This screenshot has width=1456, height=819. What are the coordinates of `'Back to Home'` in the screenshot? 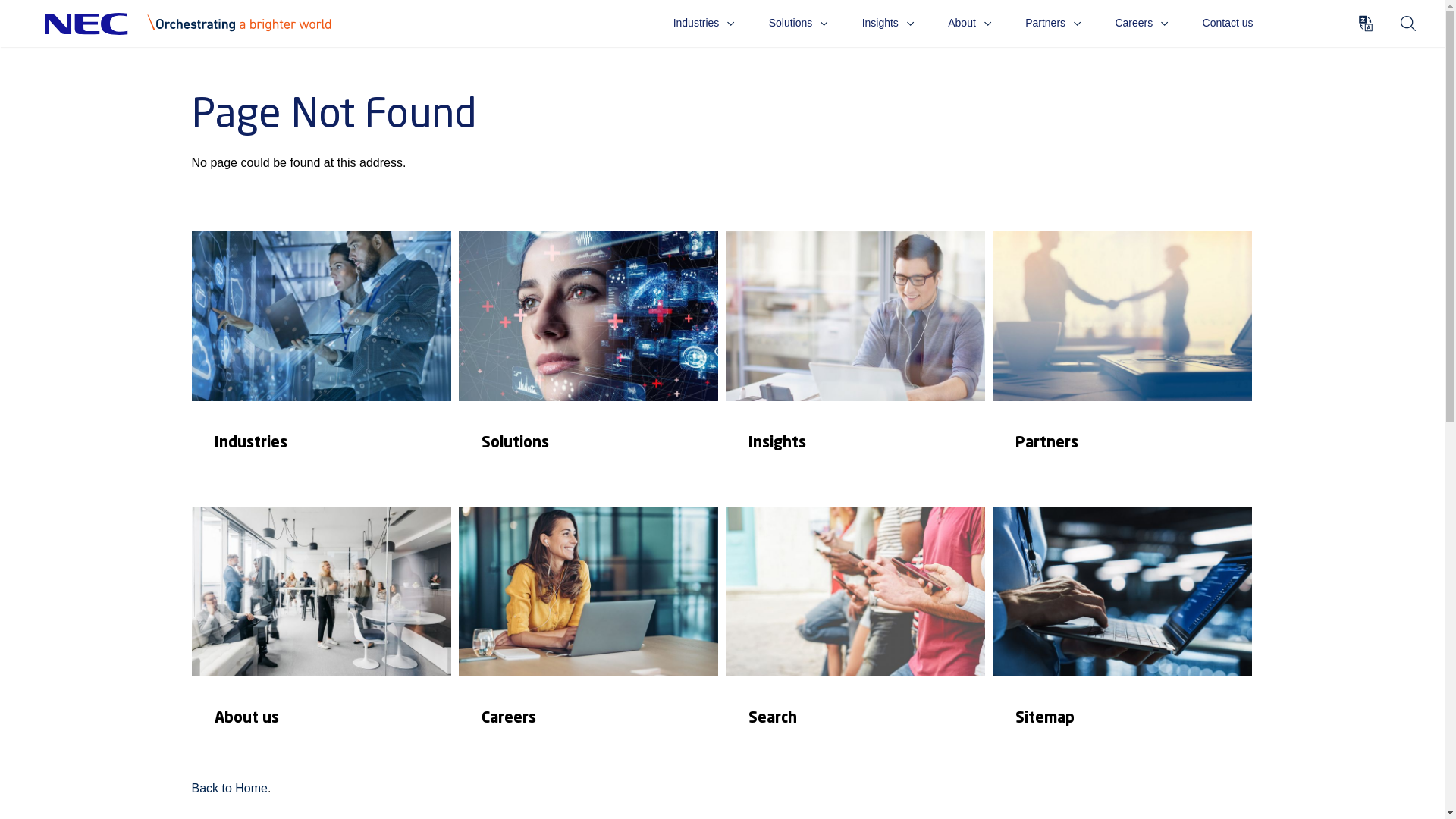 It's located at (228, 787).